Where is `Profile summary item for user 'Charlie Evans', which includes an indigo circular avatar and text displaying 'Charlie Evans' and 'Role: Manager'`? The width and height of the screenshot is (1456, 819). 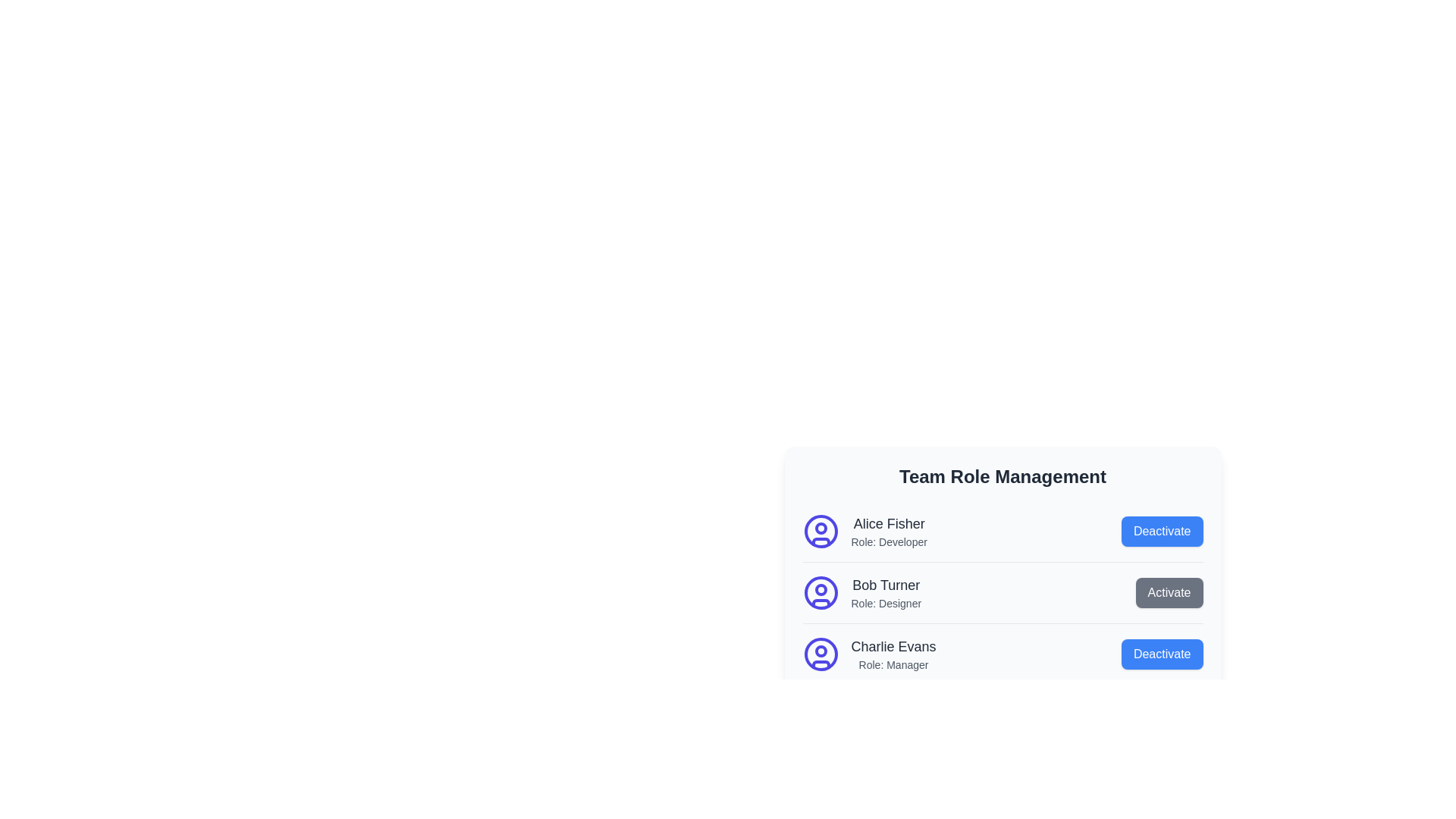
Profile summary item for user 'Charlie Evans', which includes an indigo circular avatar and text displaying 'Charlie Evans' and 'Role: Manager' is located at coordinates (869, 654).